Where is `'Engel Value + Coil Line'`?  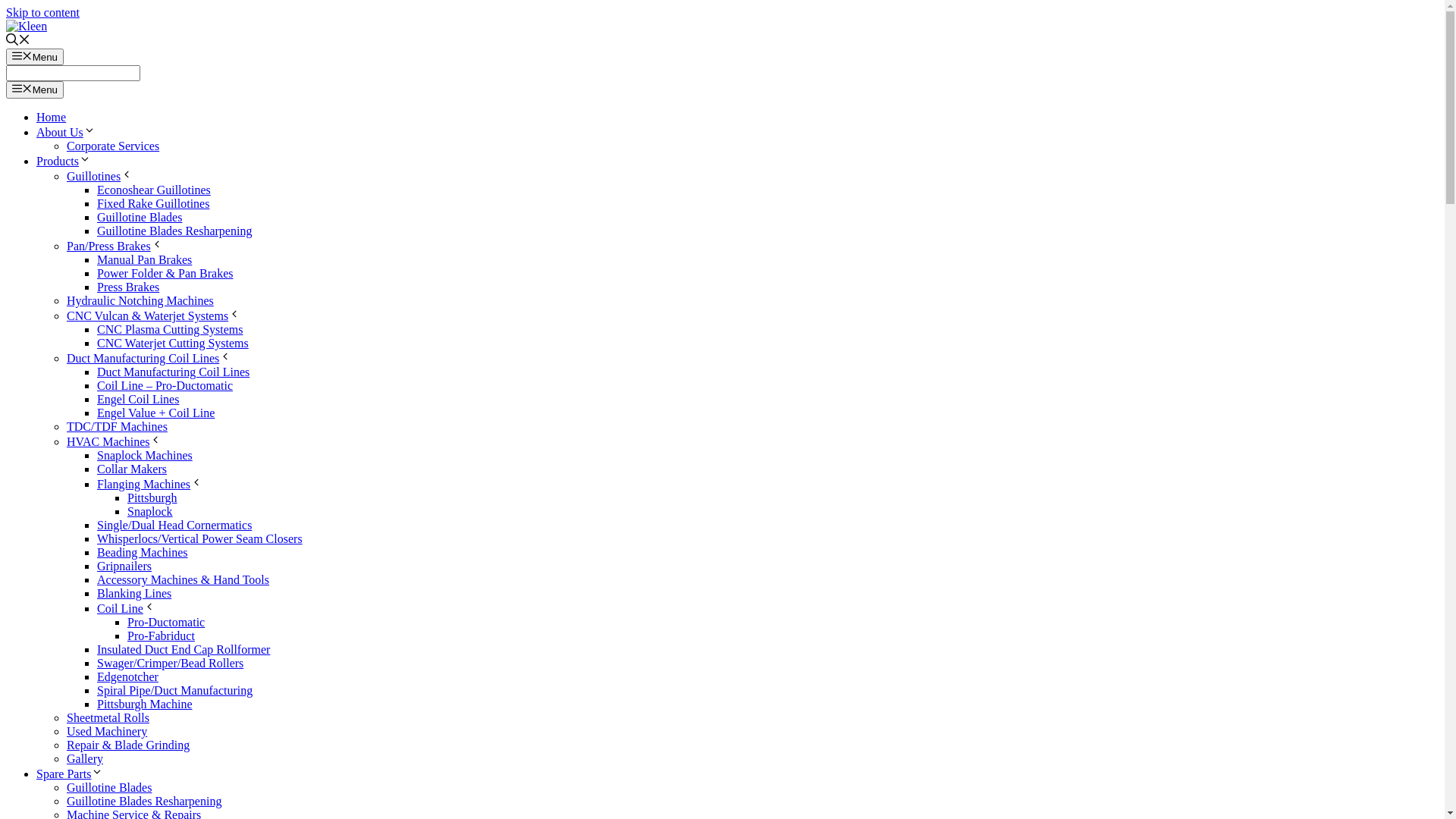
'Engel Value + Coil Line' is located at coordinates (155, 413).